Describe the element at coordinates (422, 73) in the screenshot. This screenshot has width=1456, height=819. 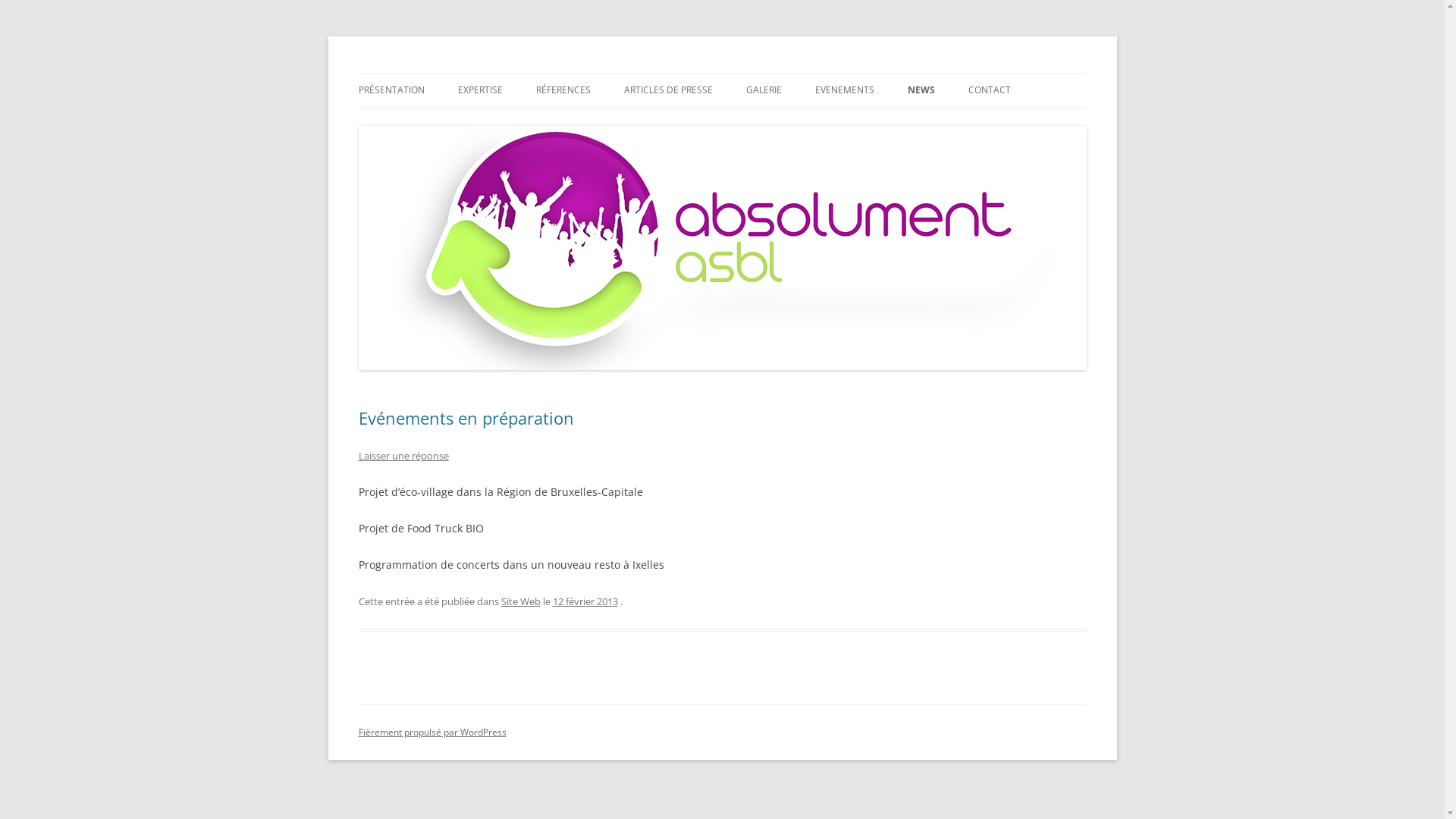
I see `'Absolument !'` at that location.